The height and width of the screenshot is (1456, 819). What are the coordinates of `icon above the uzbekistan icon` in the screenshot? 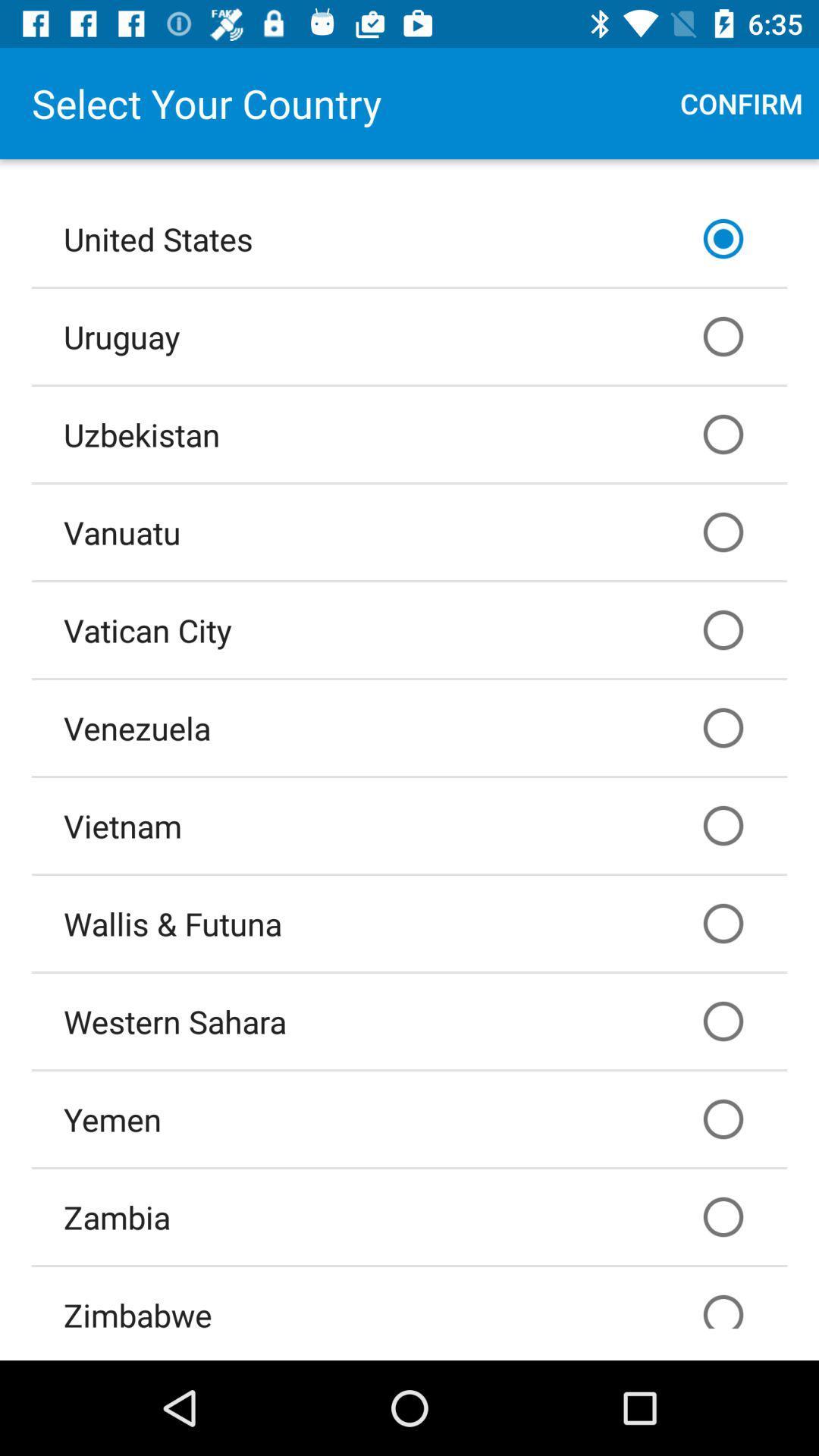 It's located at (409, 335).